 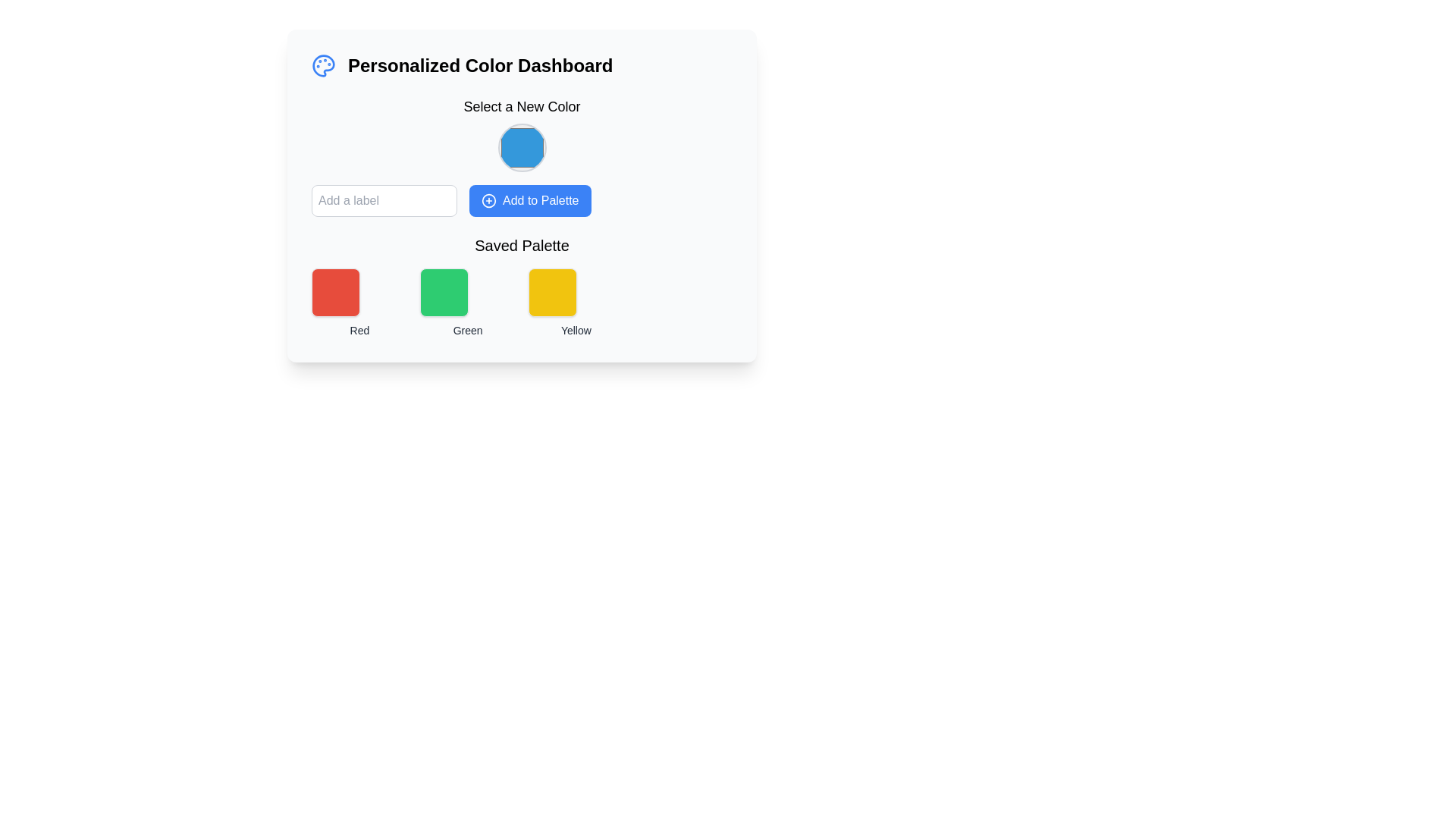 What do you see at coordinates (323, 65) in the screenshot?
I see `the decorative graphic or logo located in the top-left corner of the main interface, adjacent to the title 'Personalized Color Dashboard'` at bounding box center [323, 65].